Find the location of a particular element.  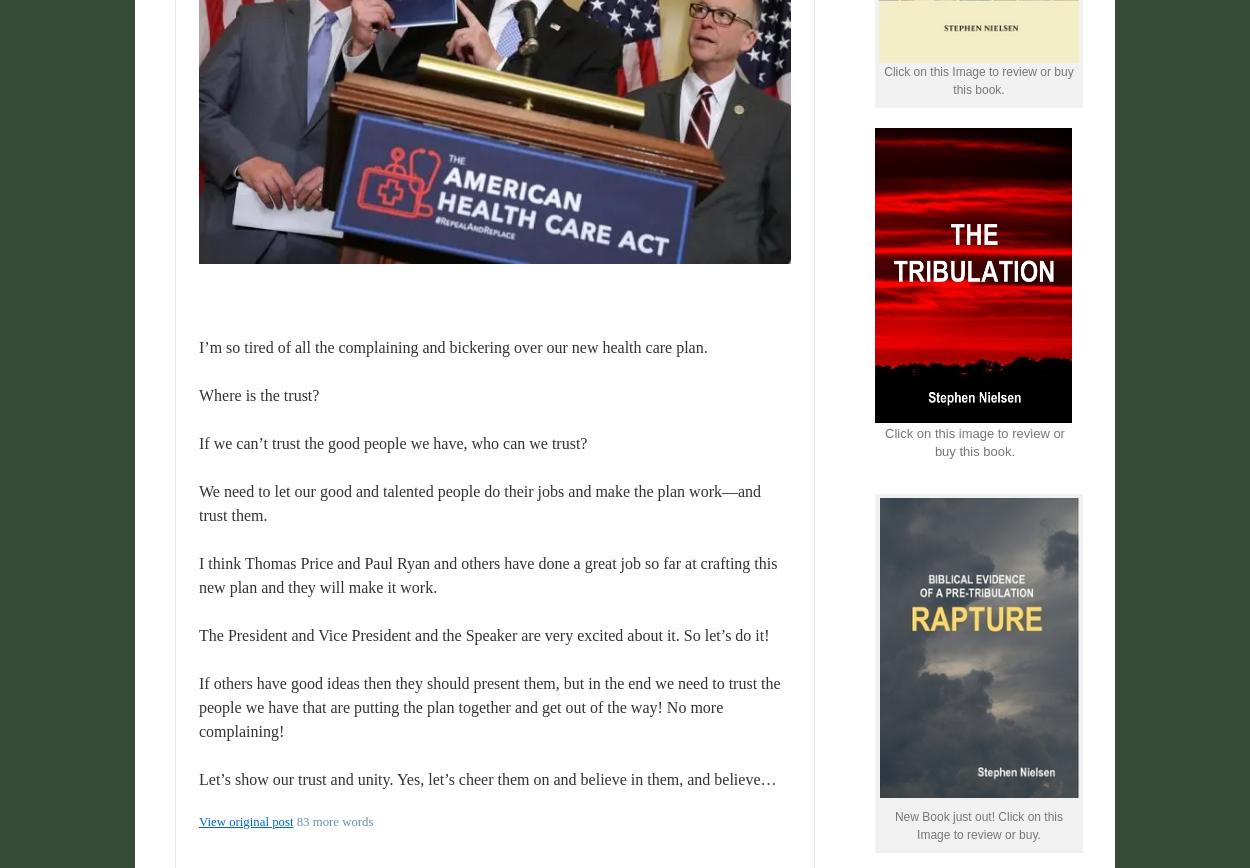

'Click on this image to review or buy this book.' is located at coordinates (973, 441).